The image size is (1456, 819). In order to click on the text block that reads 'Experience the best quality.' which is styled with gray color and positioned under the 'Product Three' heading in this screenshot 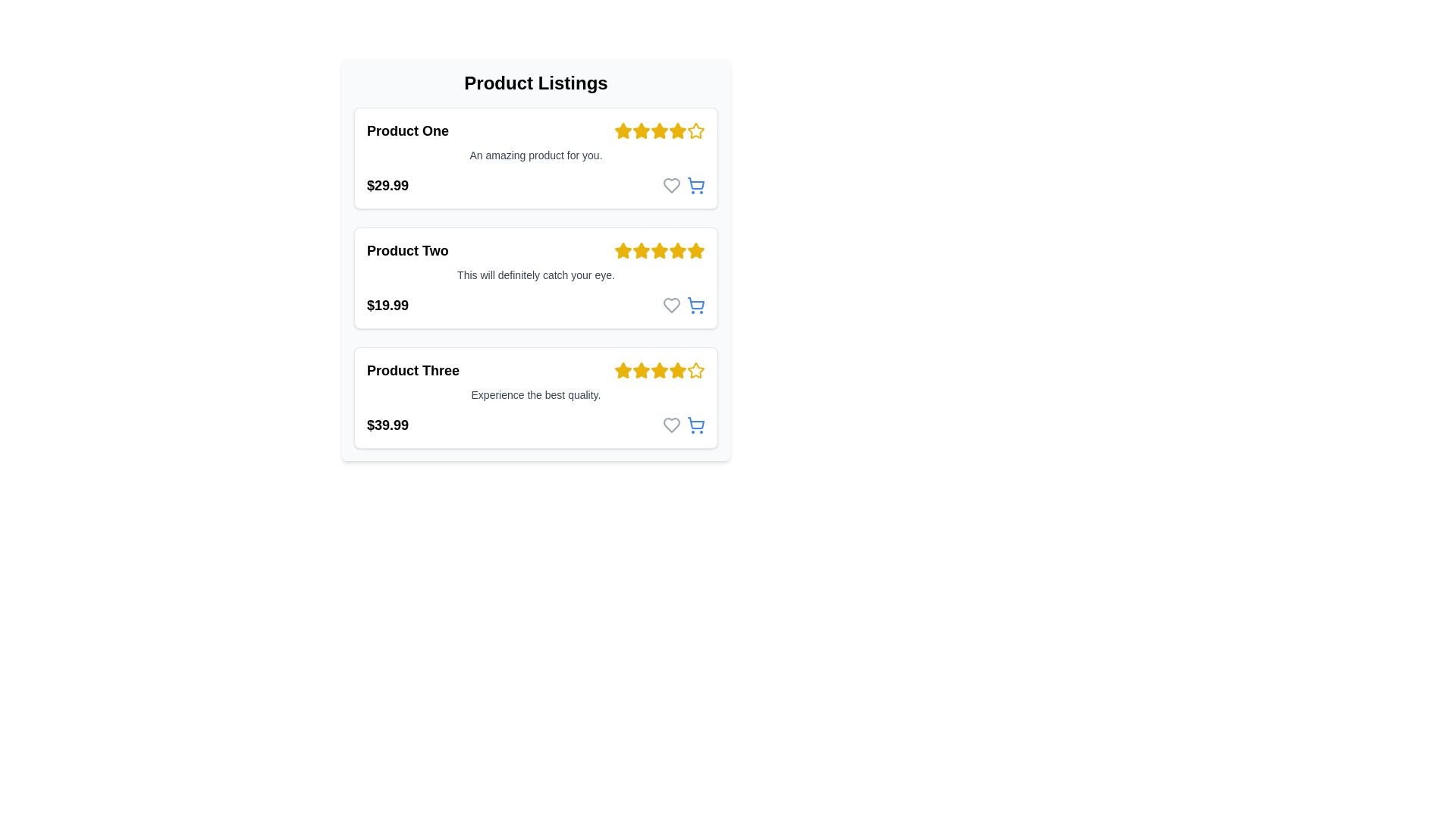, I will do `click(535, 394)`.